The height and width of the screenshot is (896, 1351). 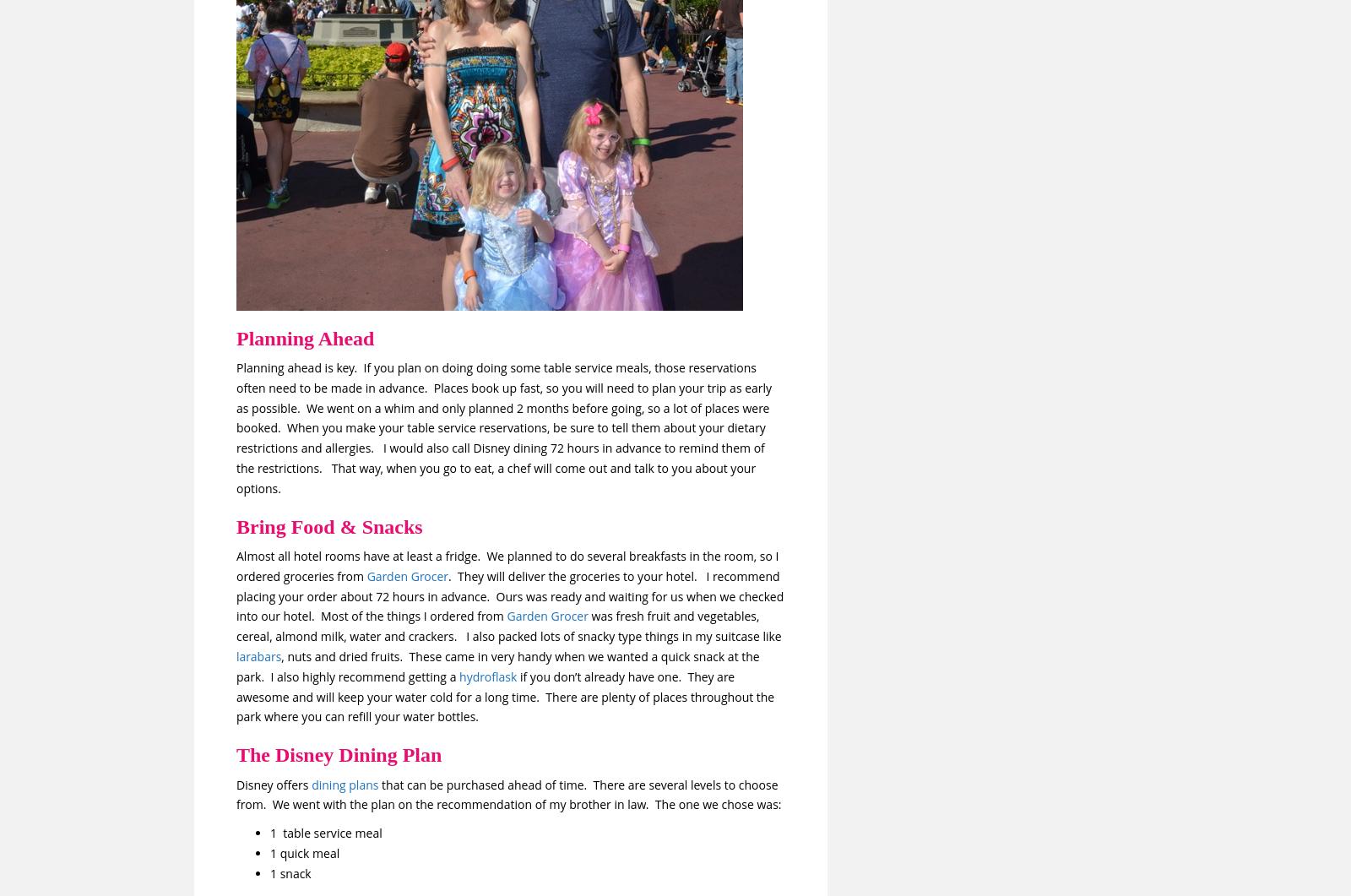 What do you see at coordinates (258, 655) in the screenshot?
I see `'larabars'` at bounding box center [258, 655].